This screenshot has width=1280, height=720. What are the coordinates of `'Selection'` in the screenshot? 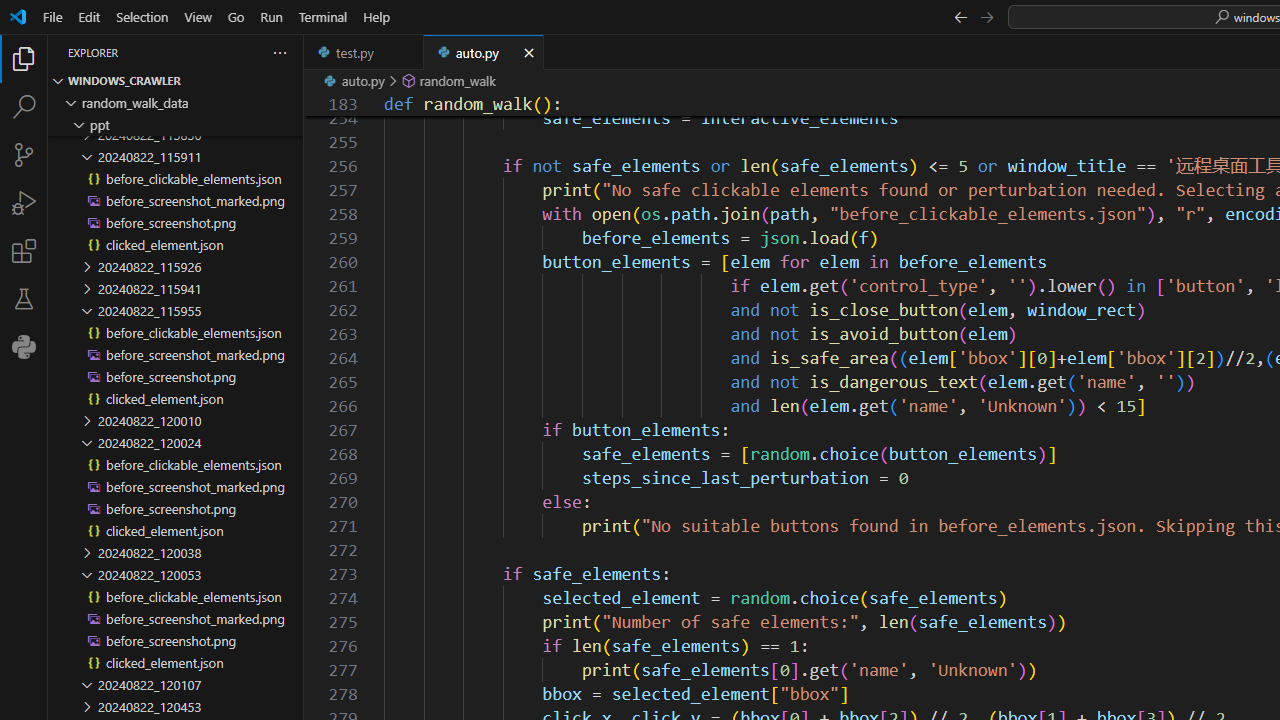 It's located at (141, 16).